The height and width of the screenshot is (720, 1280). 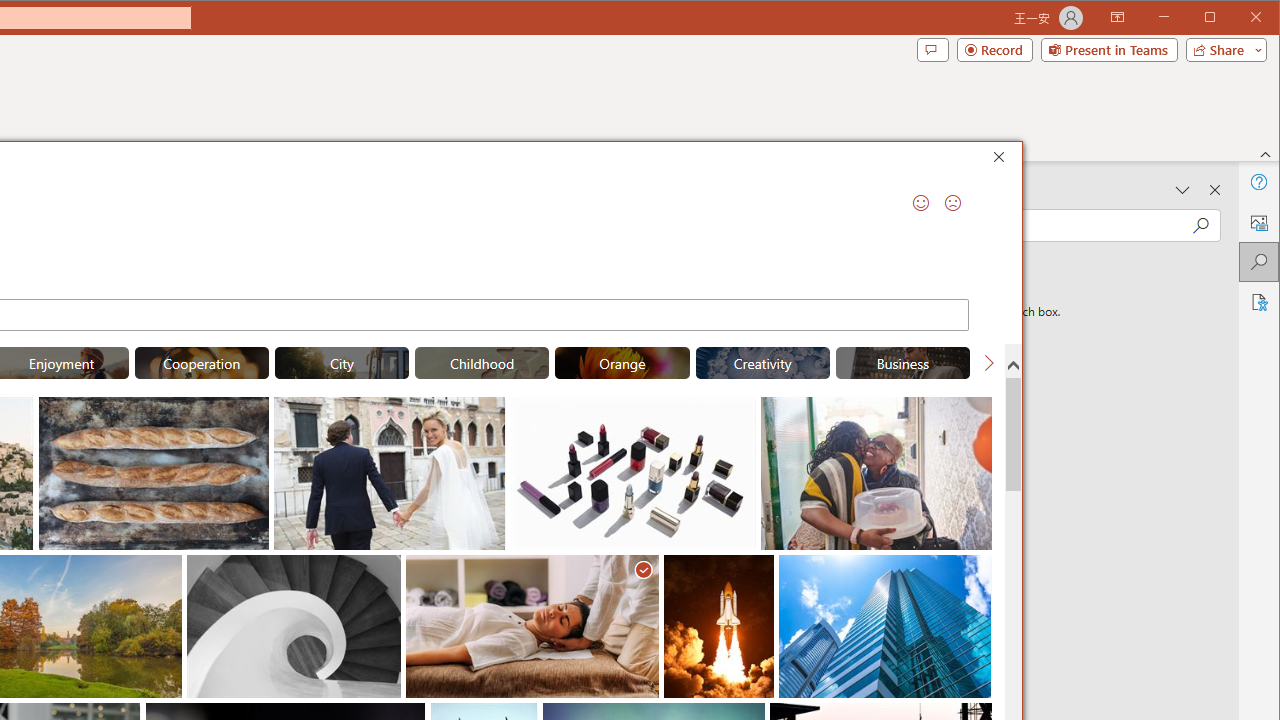 What do you see at coordinates (951, 203) in the screenshot?
I see `'Send a Frown'` at bounding box center [951, 203].